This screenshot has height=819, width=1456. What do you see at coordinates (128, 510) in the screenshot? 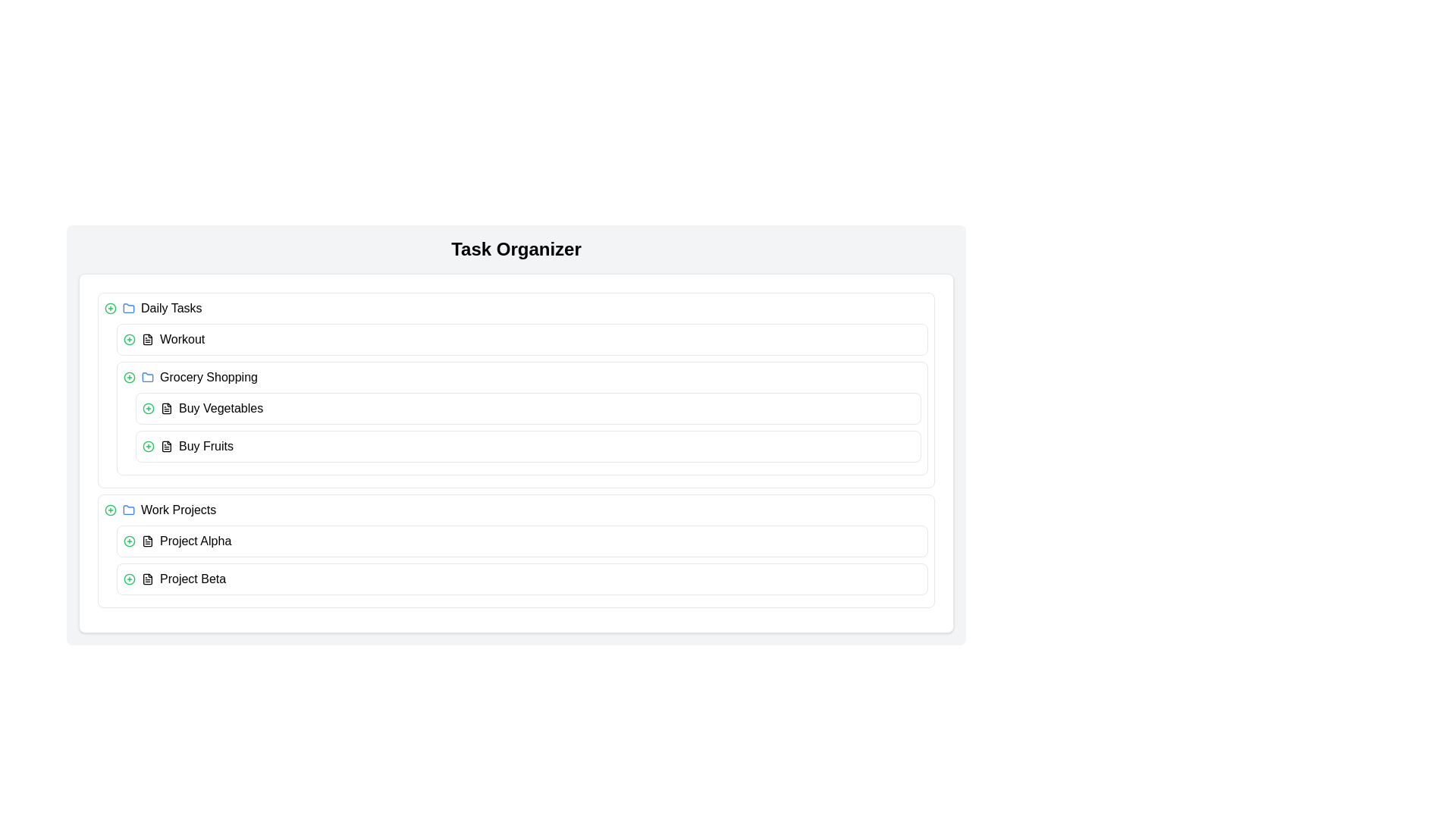
I see `the folder icon representing 'Work Projects', located to the left of the 'Work Projects' label` at bounding box center [128, 510].